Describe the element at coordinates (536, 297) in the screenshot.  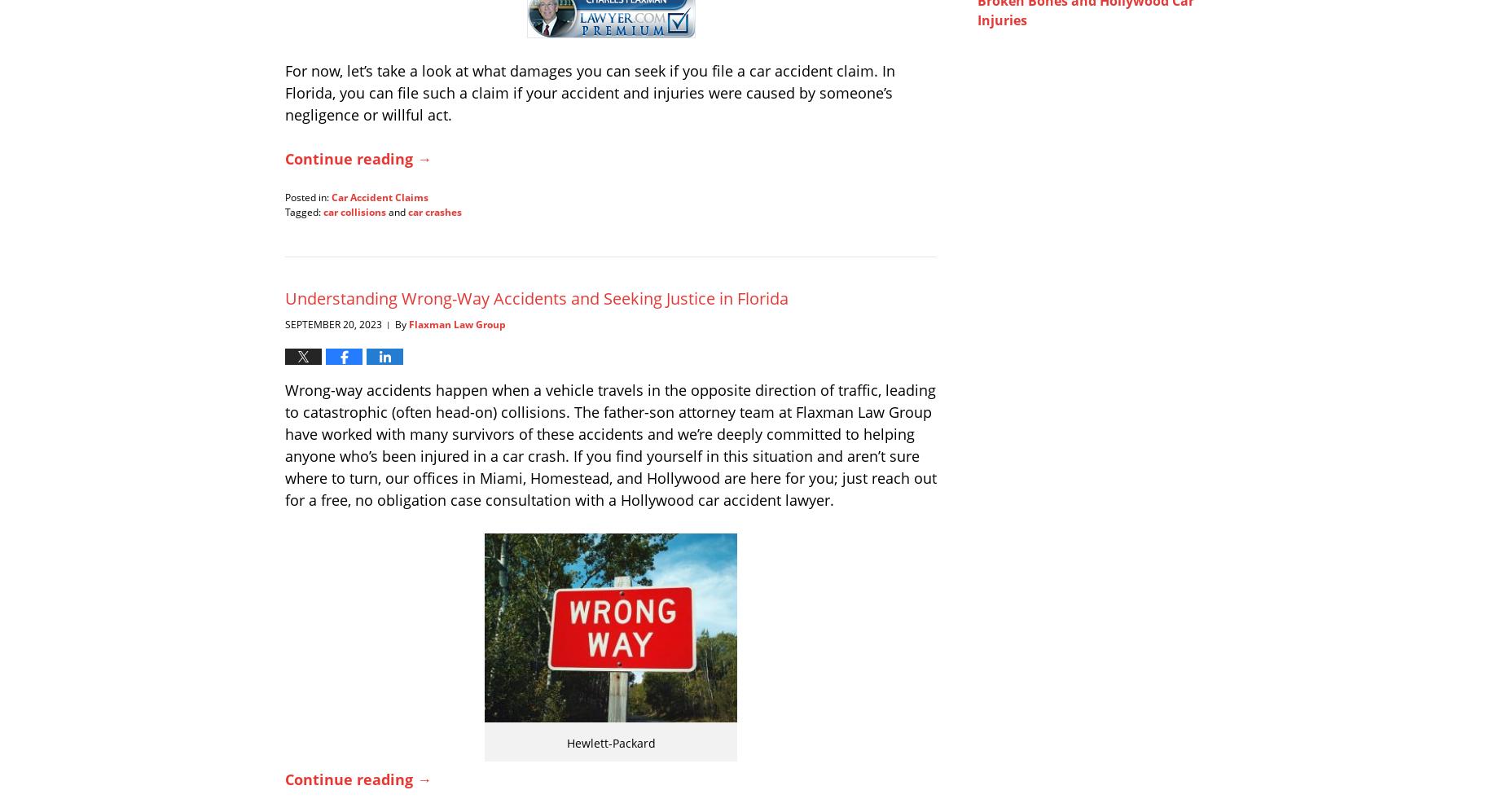
I see `'Understanding Wrong-Way Accidents and Seeking Justice in Florida'` at that location.